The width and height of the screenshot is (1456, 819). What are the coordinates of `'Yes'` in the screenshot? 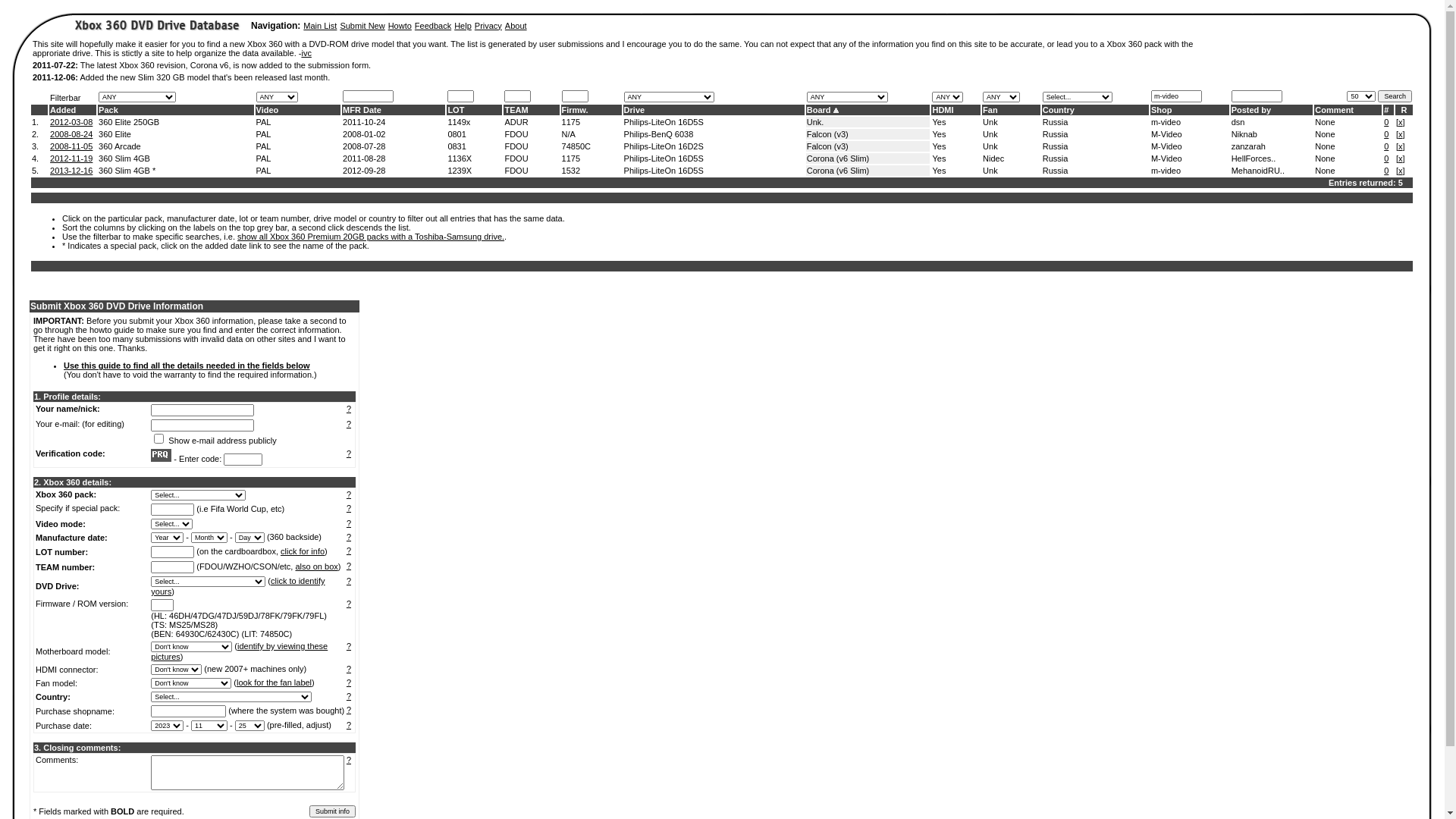 It's located at (930, 133).